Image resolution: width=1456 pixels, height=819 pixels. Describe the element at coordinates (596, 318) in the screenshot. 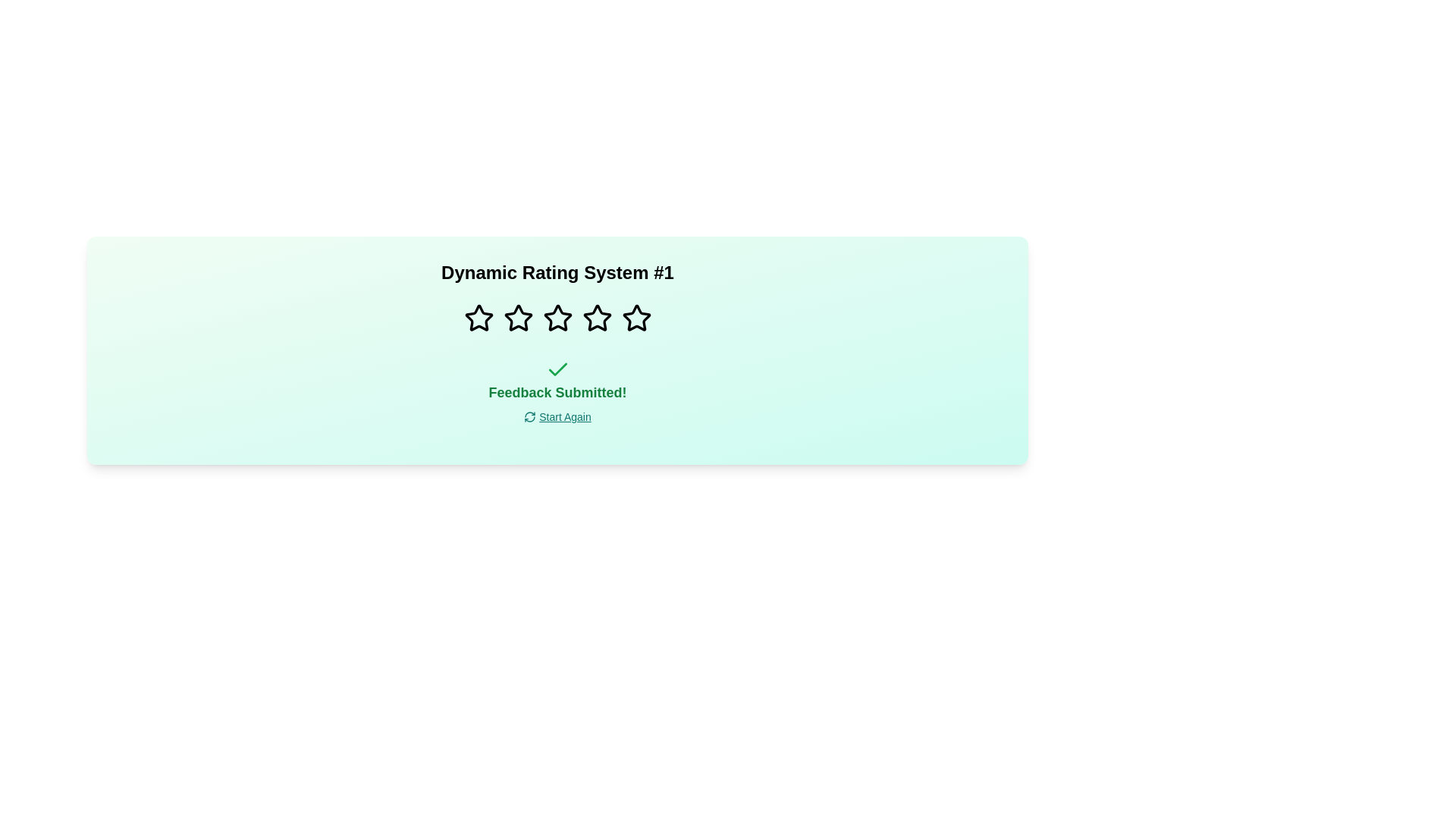

I see `the fourth star in the rating system` at that location.